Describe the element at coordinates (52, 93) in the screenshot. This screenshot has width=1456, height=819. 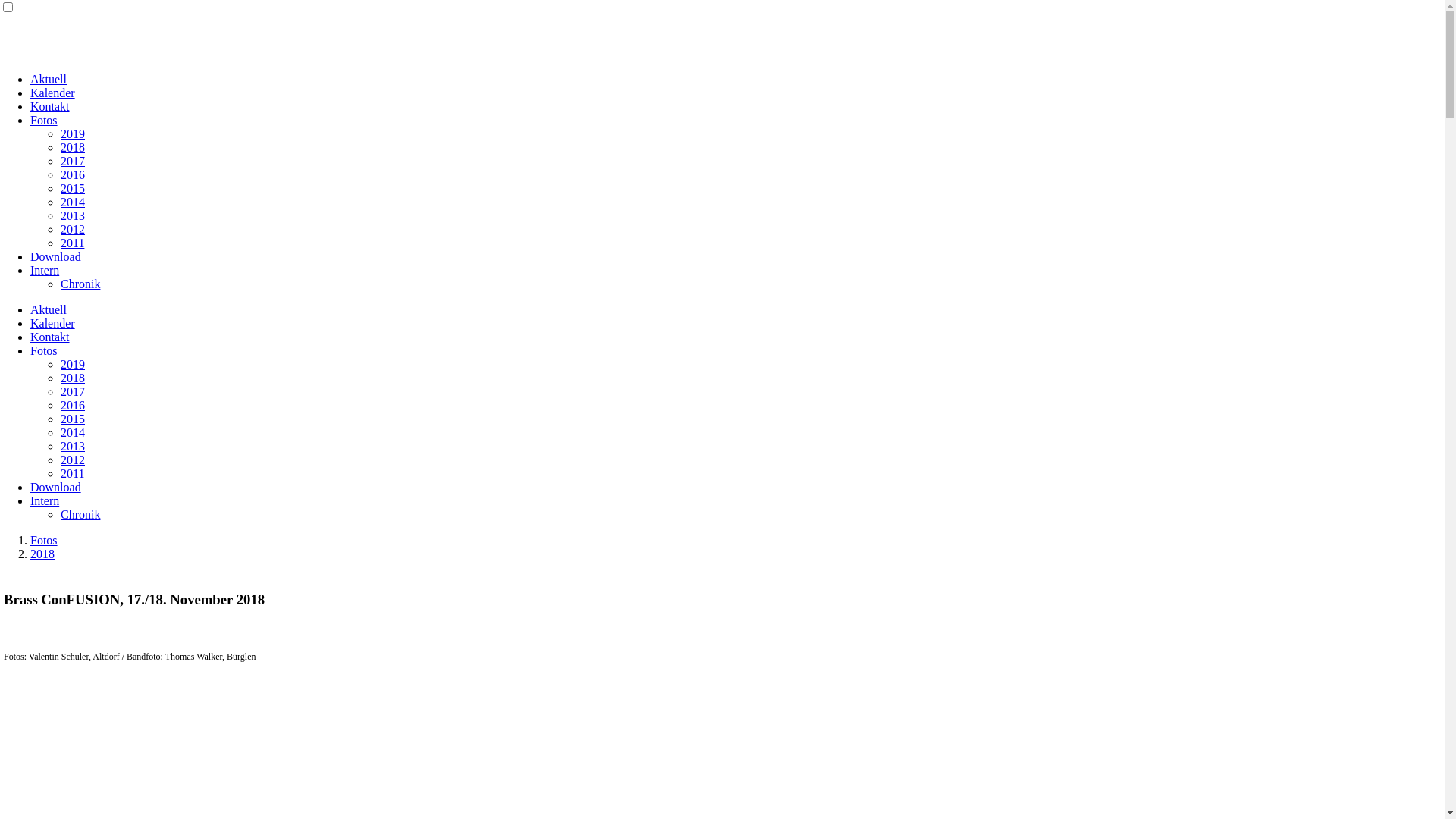
I see `'Kalender'` at that location.